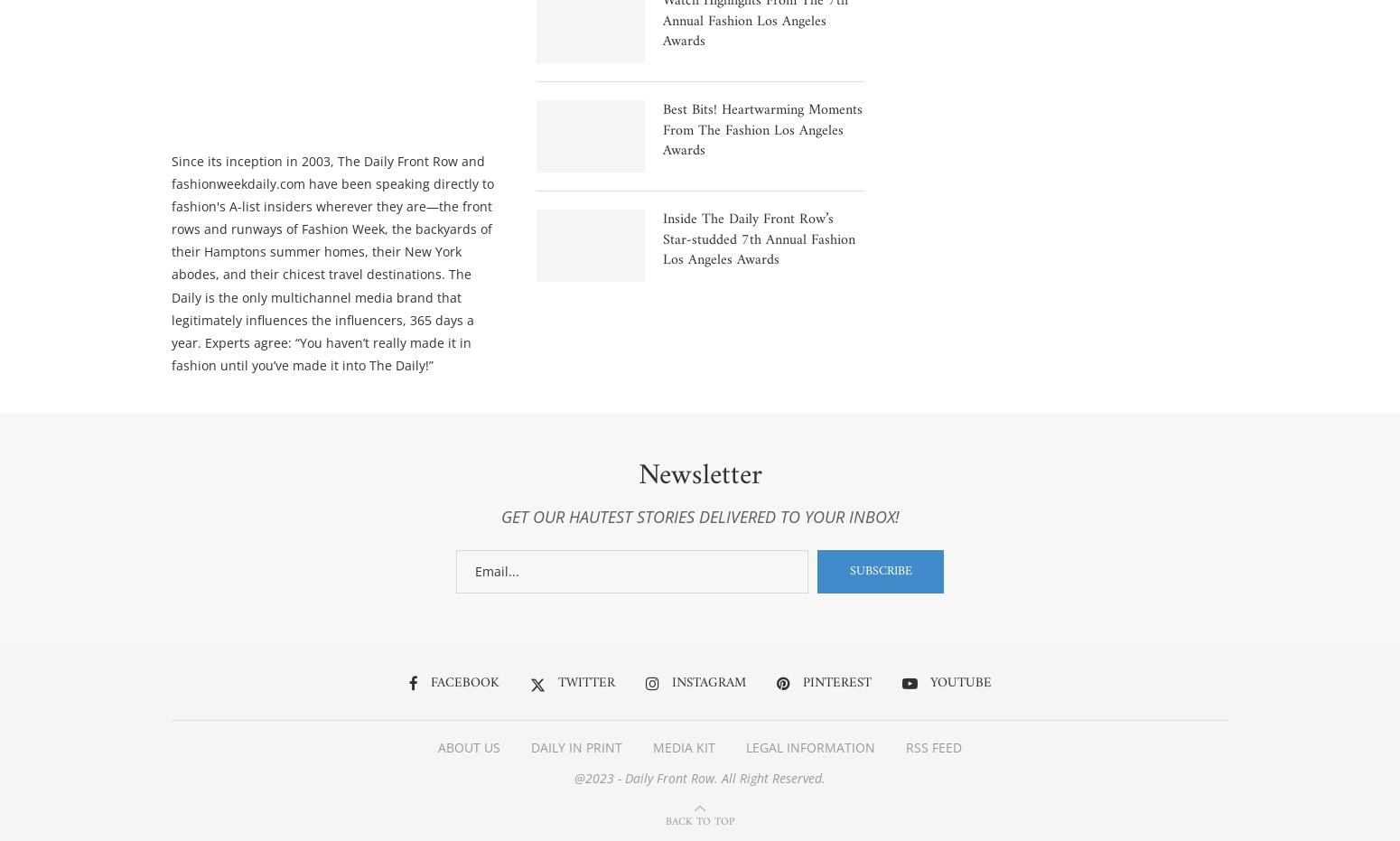  Describe the element at coordinates (700, 824) in the screenshot. I see `'Back To Top'` at that location.